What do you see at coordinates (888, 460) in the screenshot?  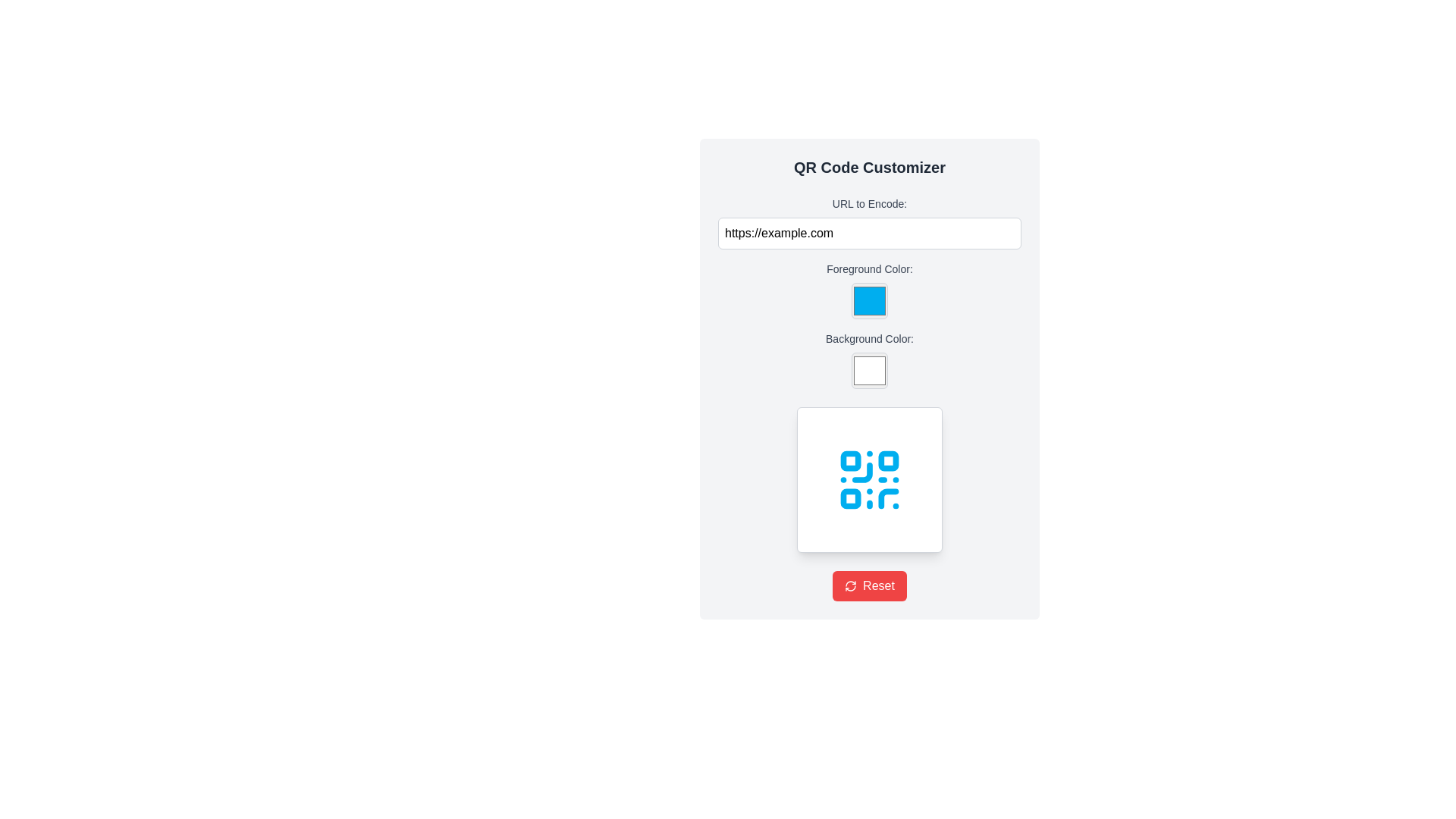 I see `the second small square in the top-right corner of the QR code component, which visually encodes information and is located centrally within a white card area beneath the color selectors` at bounding box center [888, 460].